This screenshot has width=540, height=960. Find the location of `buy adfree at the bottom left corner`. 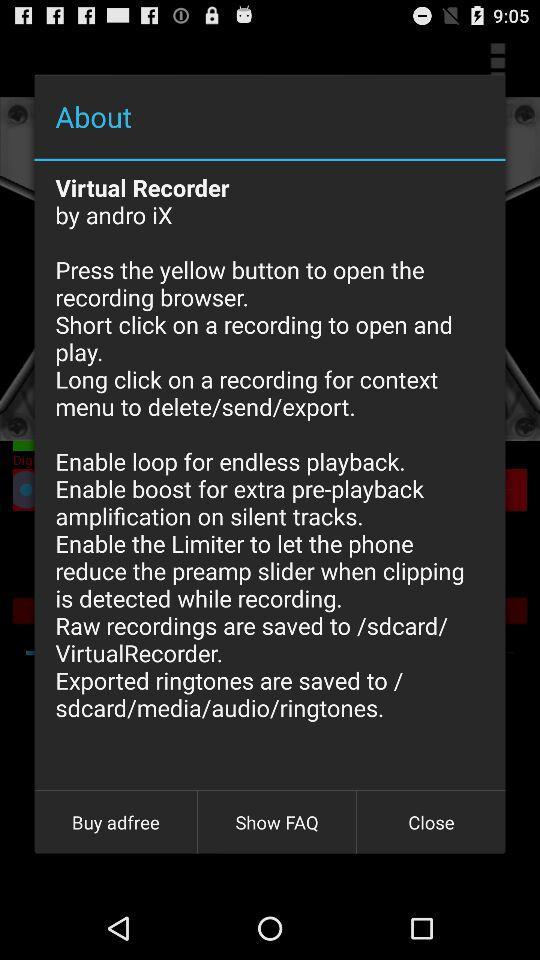

buy adfree at the bottom left corner is located at coordinates (115, 822).